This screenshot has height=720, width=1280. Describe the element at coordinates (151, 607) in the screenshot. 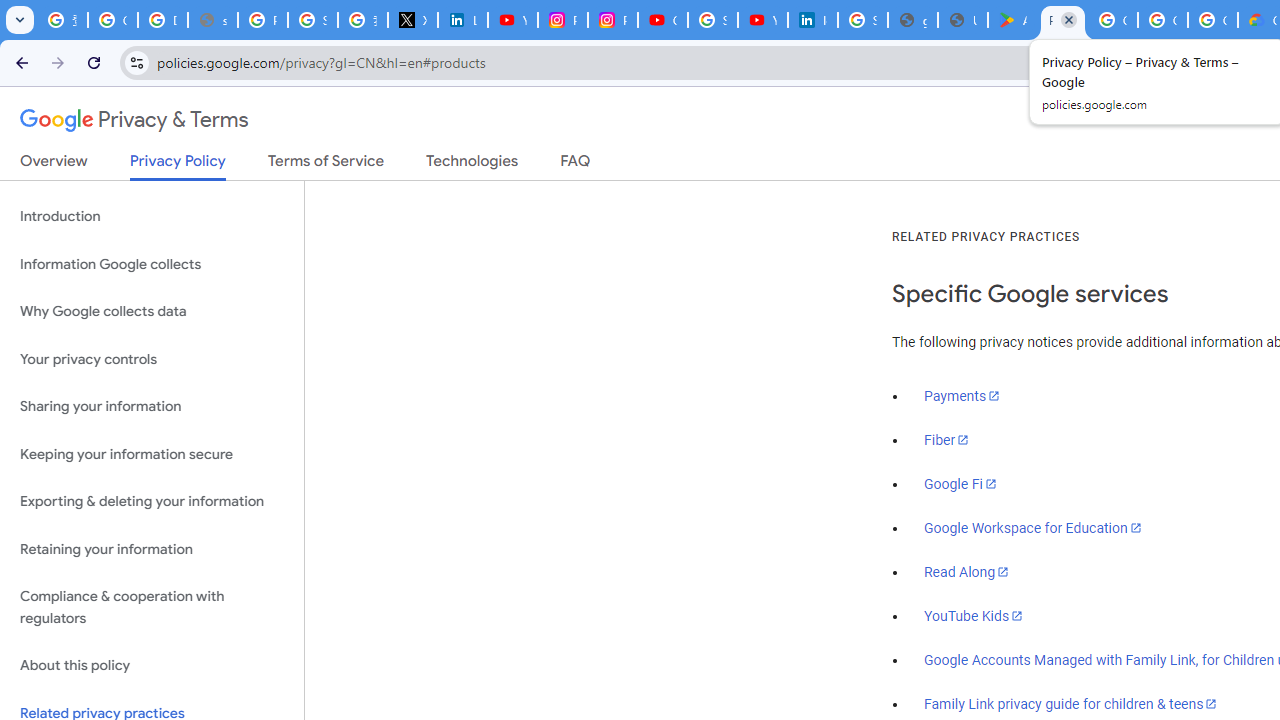

I see `'Compliance & cooperation with regulators'` at that location.